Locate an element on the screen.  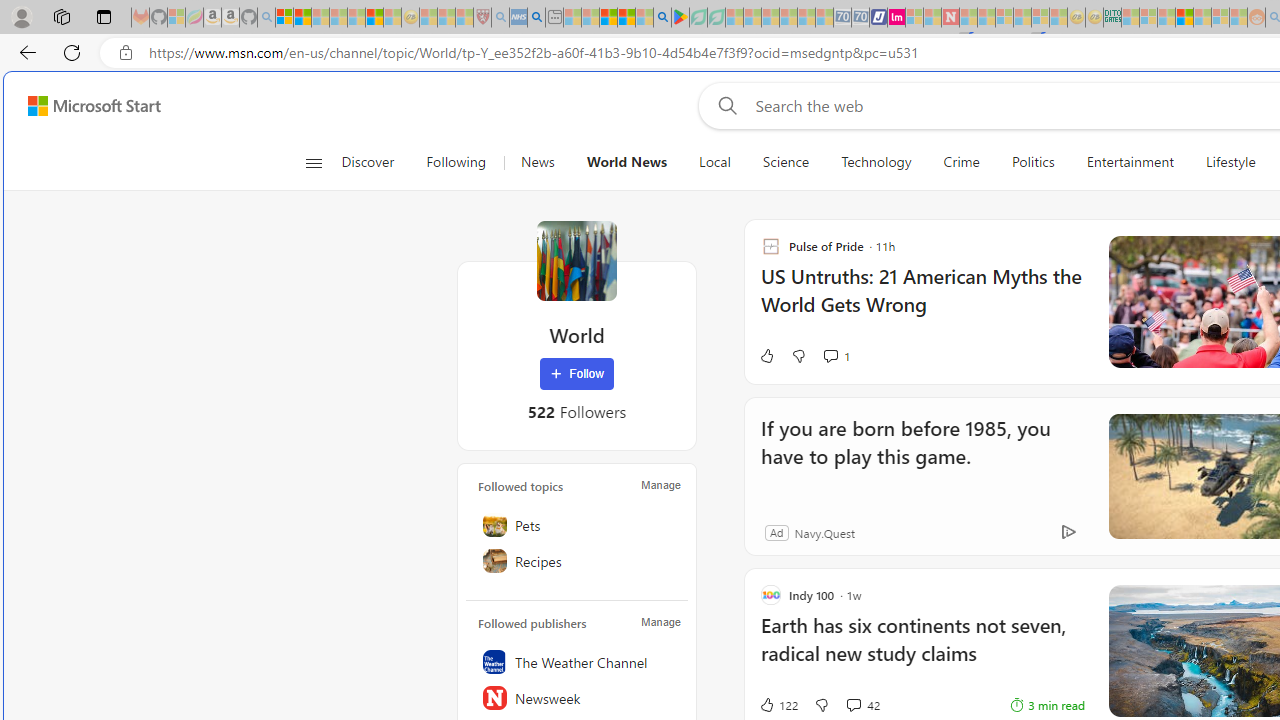
'122 Like' is located at coordinates (777, 703).